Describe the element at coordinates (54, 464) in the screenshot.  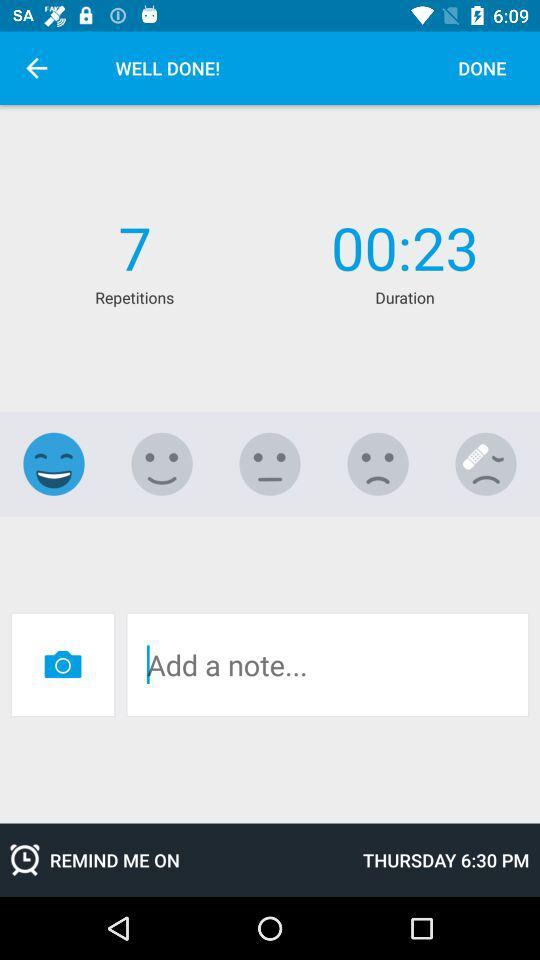
I see `smiley face` at that location.